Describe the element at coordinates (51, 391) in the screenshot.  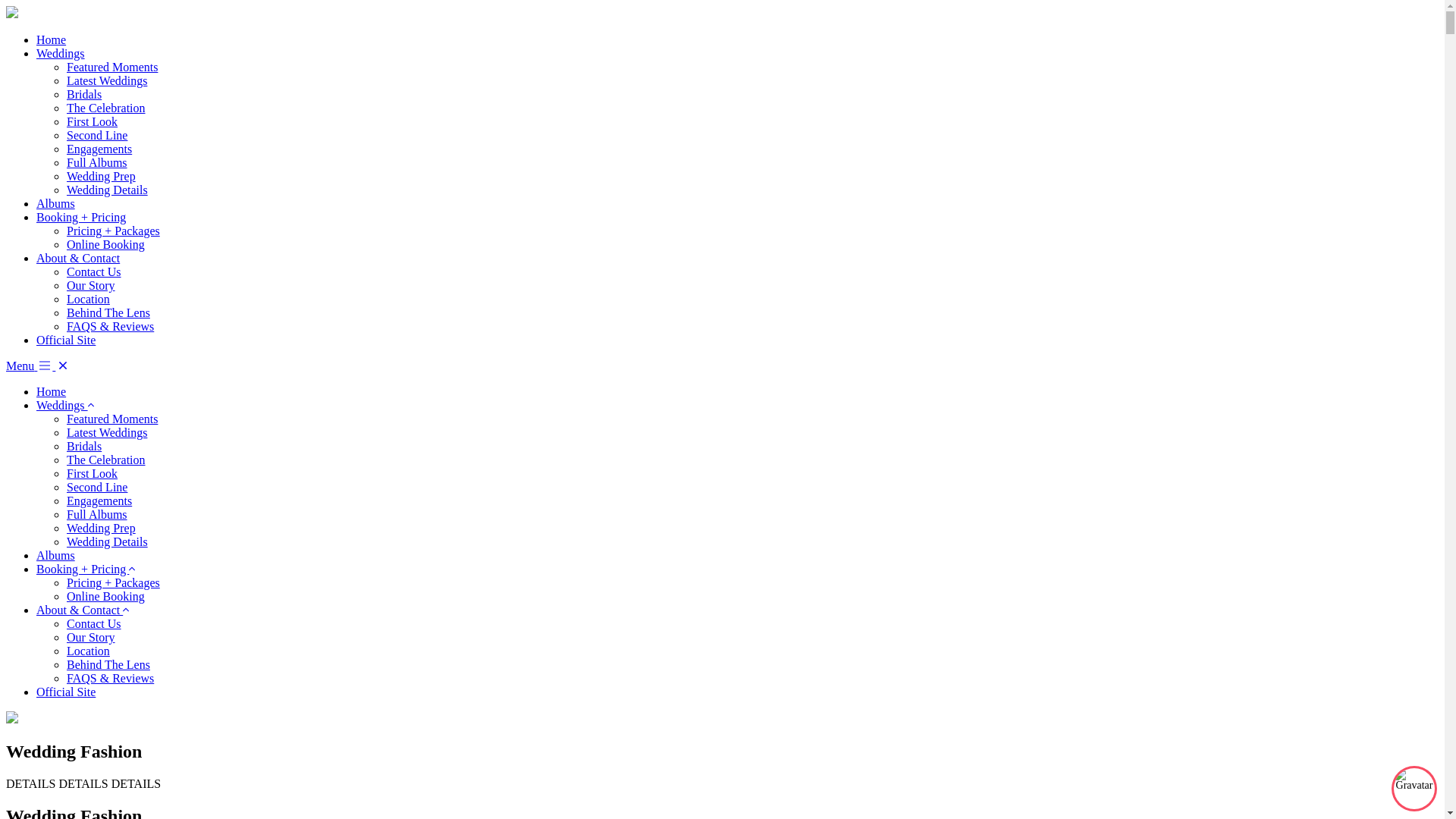
I see `'Home'` at that location.